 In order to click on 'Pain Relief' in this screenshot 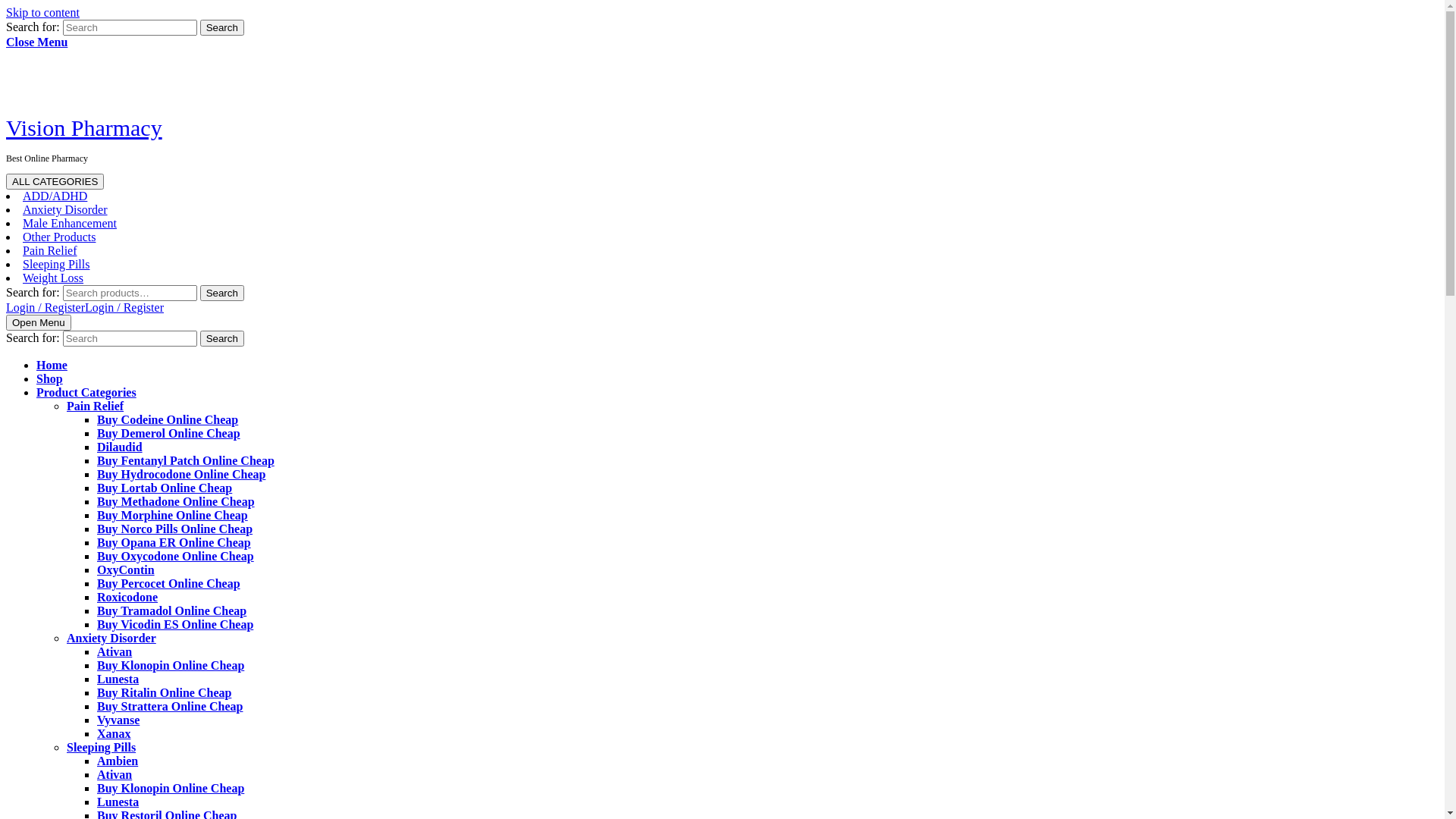, I will do `click(94, 405)`.